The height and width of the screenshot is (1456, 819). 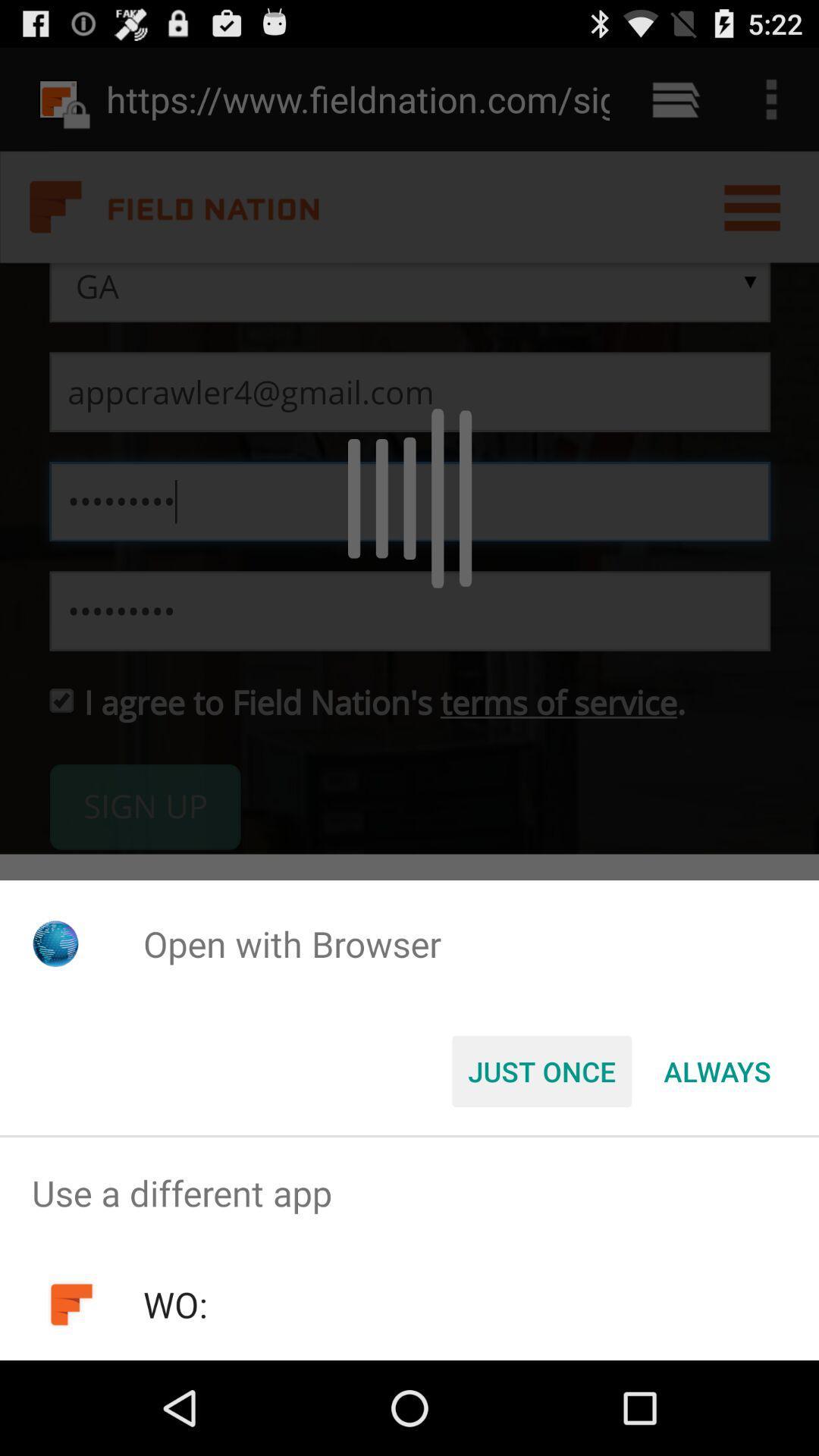 What do you see at coordinates (717, 1070) in the screenshot?
I see `item next to the just once button` at bounding box center [717, 1070].